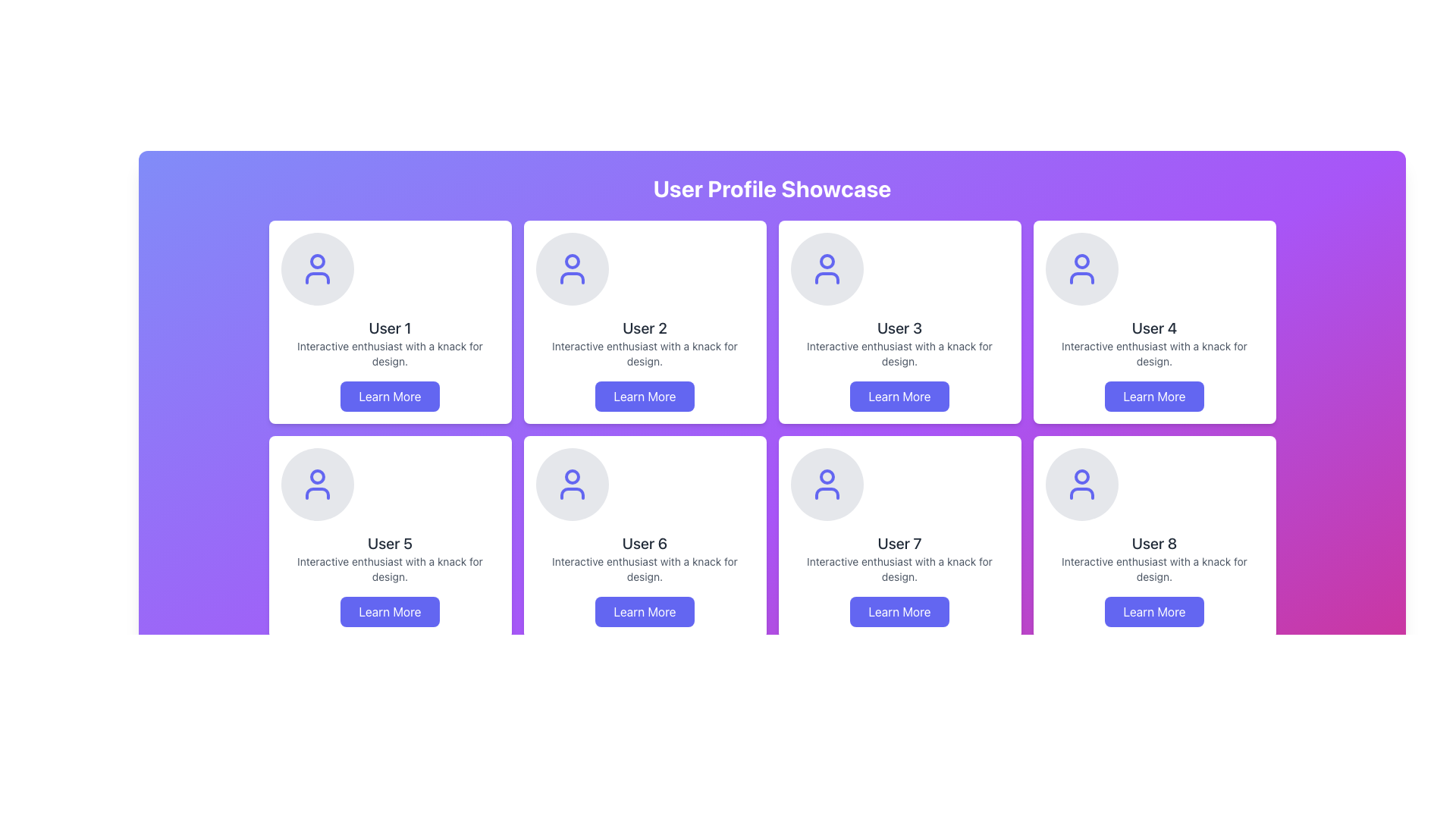 The height and width of the screenshot is (819, 1456). I want to click on the user profile icon representing 'User 5', located in the third row and first column of the grid layout, so click(316, 485).